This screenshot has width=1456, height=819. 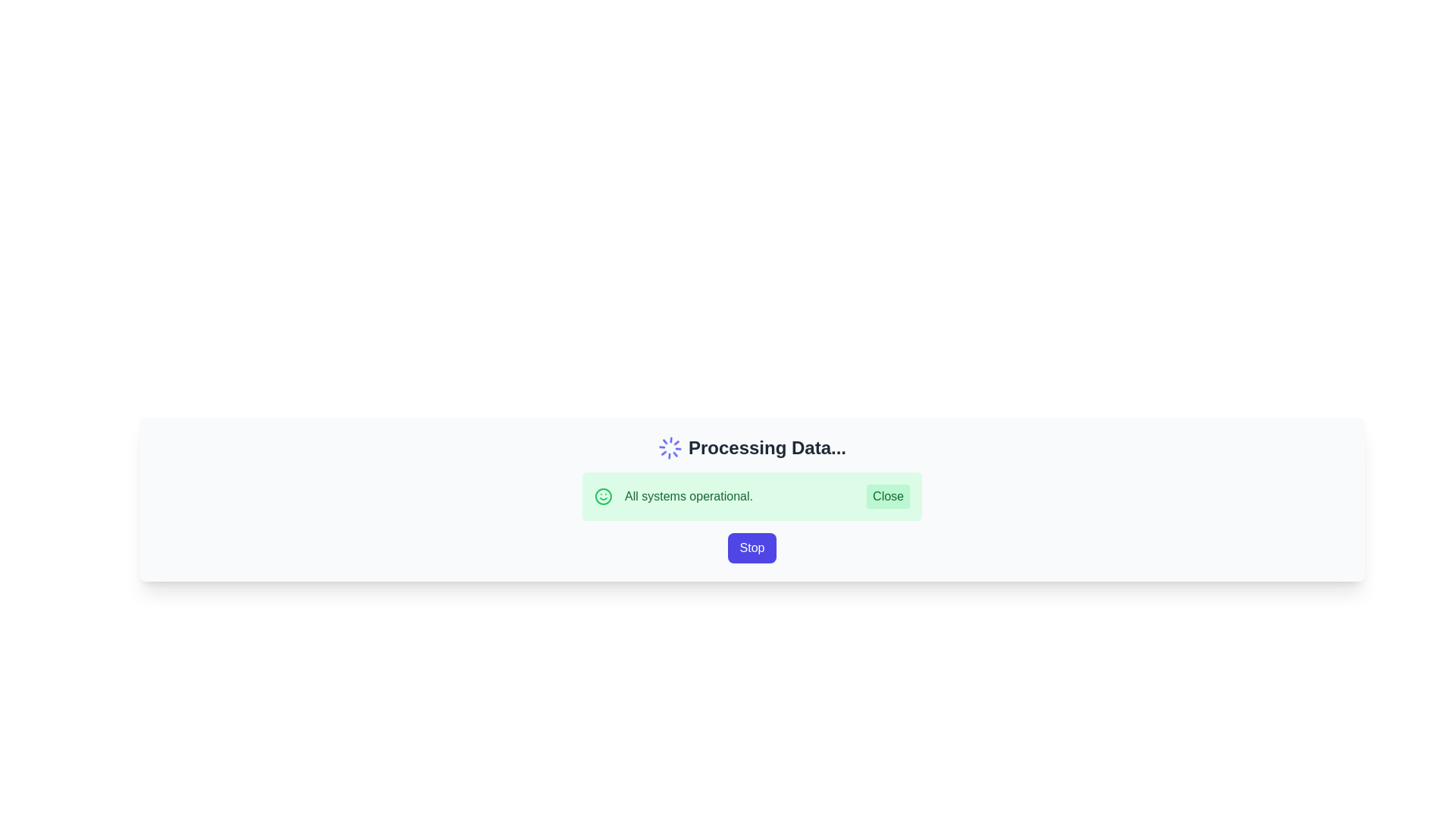 I want to click on the 'Close' button with a green background, labeled 'Close', to change its background color, so click(x=888, y=497).